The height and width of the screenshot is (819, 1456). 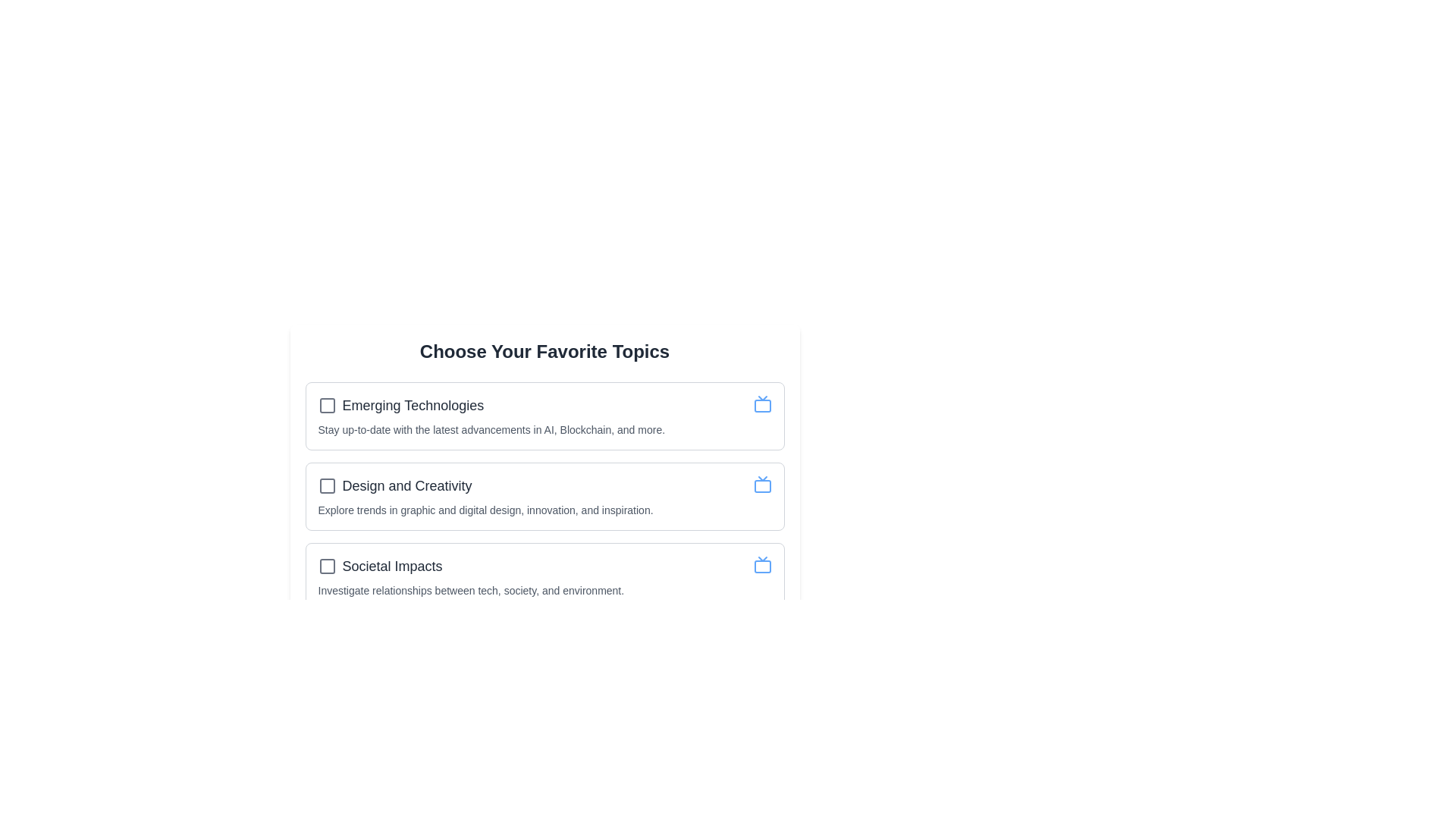 I want to click on the 'Societal Impacts' checkbox, so click(x=380, y=566).